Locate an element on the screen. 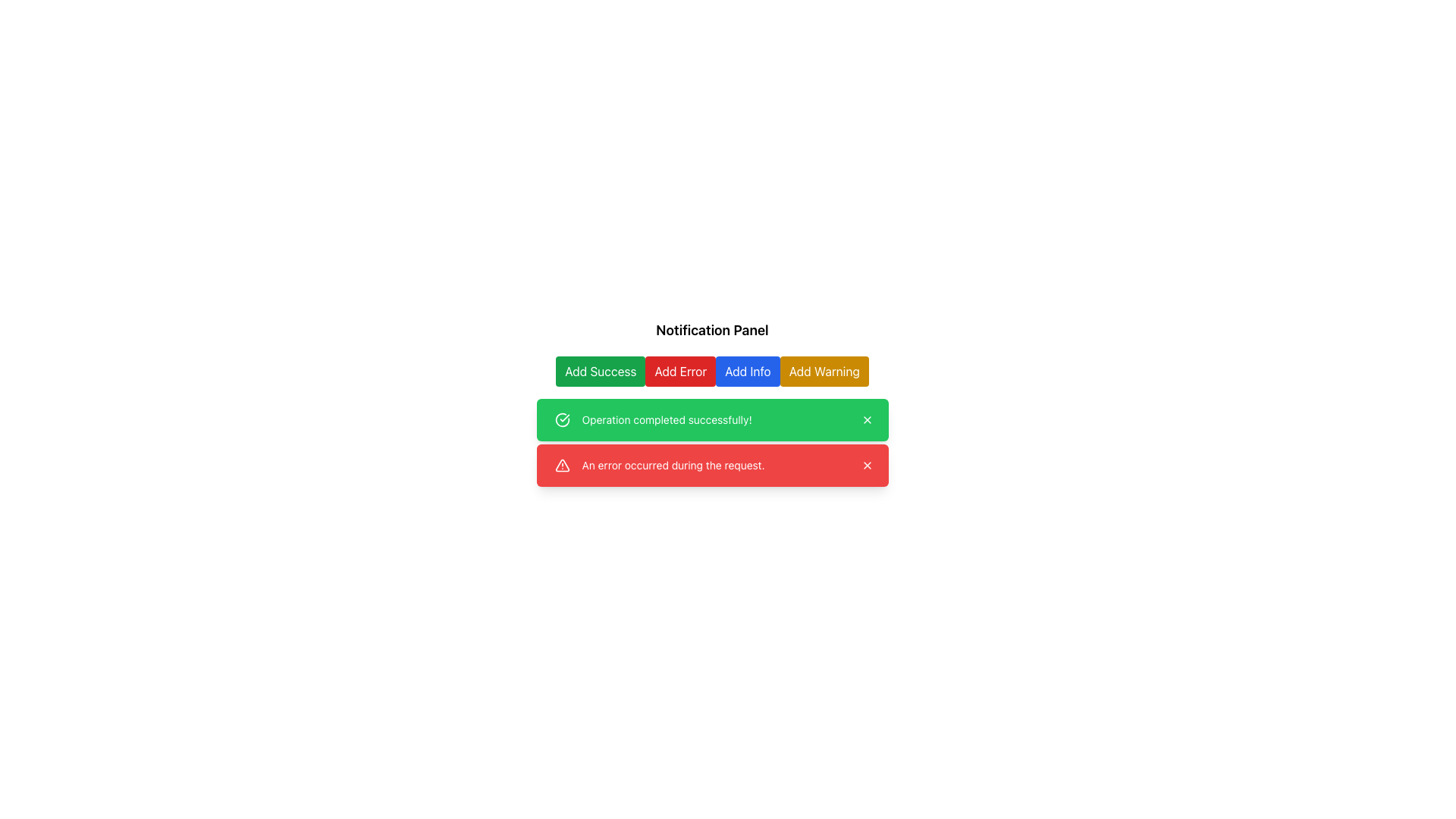  the first button in the horizontal group under the 'Notification Panel' label is located at coordinates (600, 371).